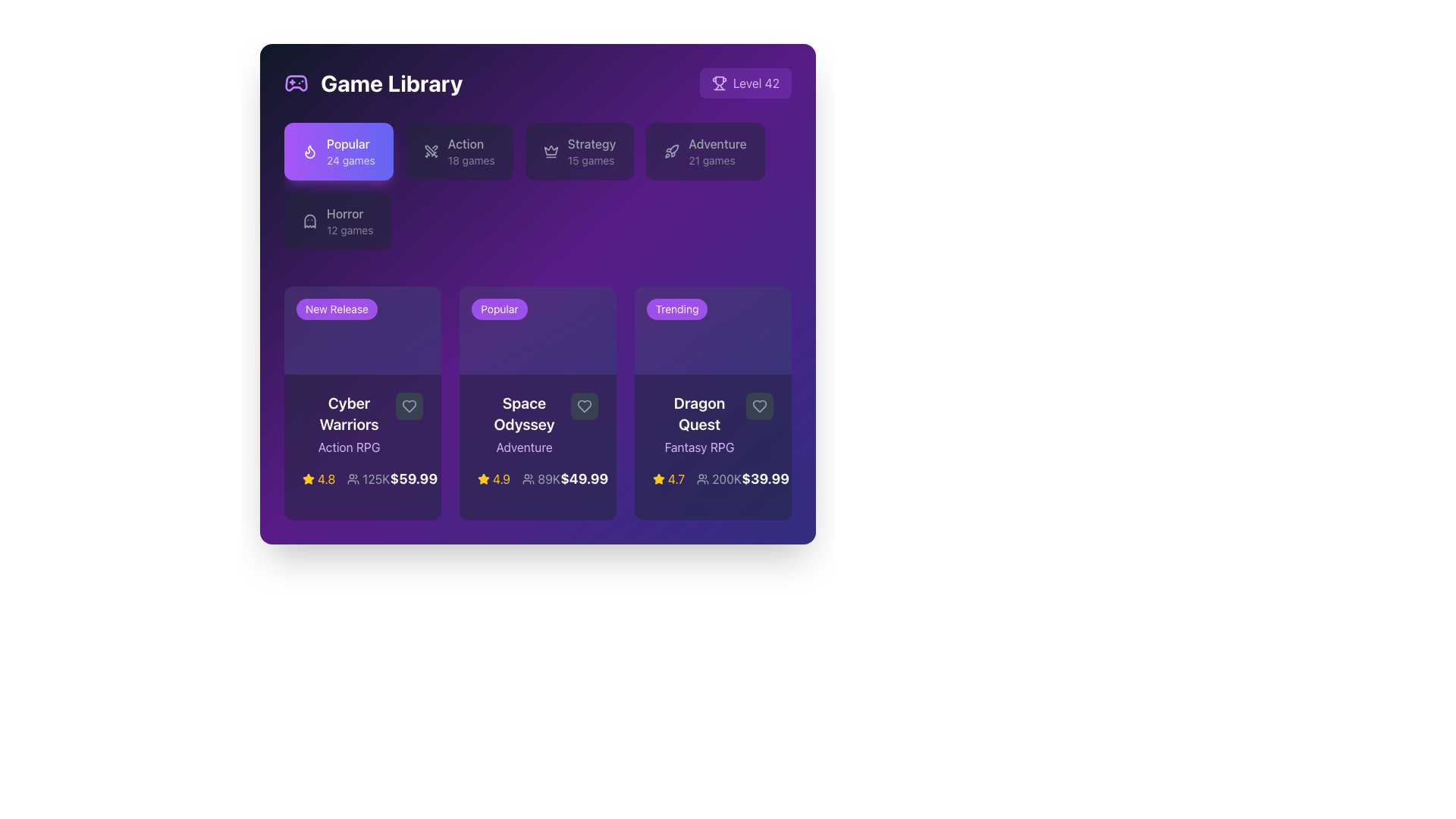  Describe the element at coordinates (717, 152) in the screenshot. I see `the 'Adventure' category button in the top navigation section of the Game Library interface to filter the game list to Adventure-themed games` at that location.